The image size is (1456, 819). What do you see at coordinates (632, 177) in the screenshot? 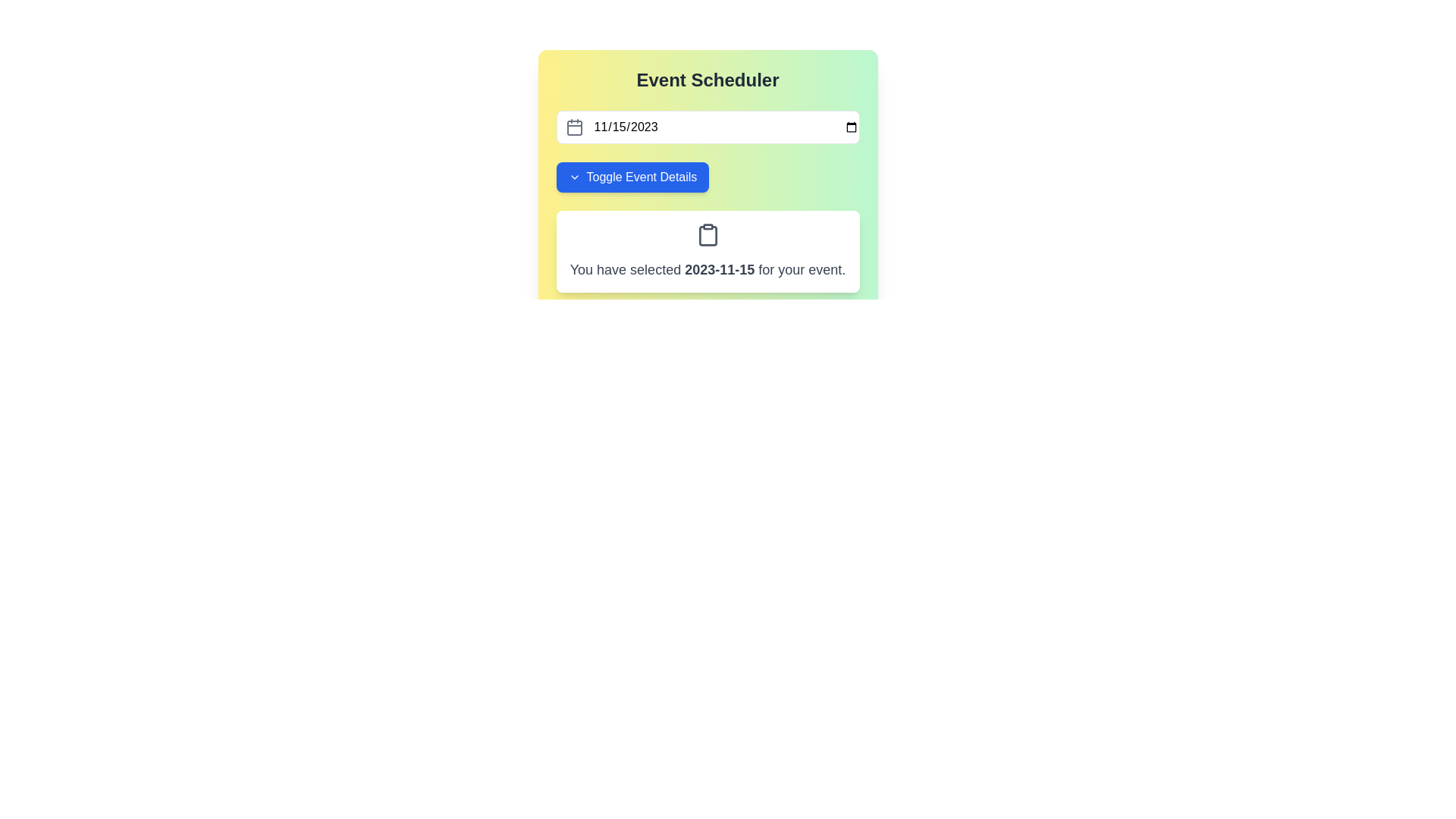
I see `the button below the date picker field in the 'Event Scheduler' card` at bounding box center [632, 177].